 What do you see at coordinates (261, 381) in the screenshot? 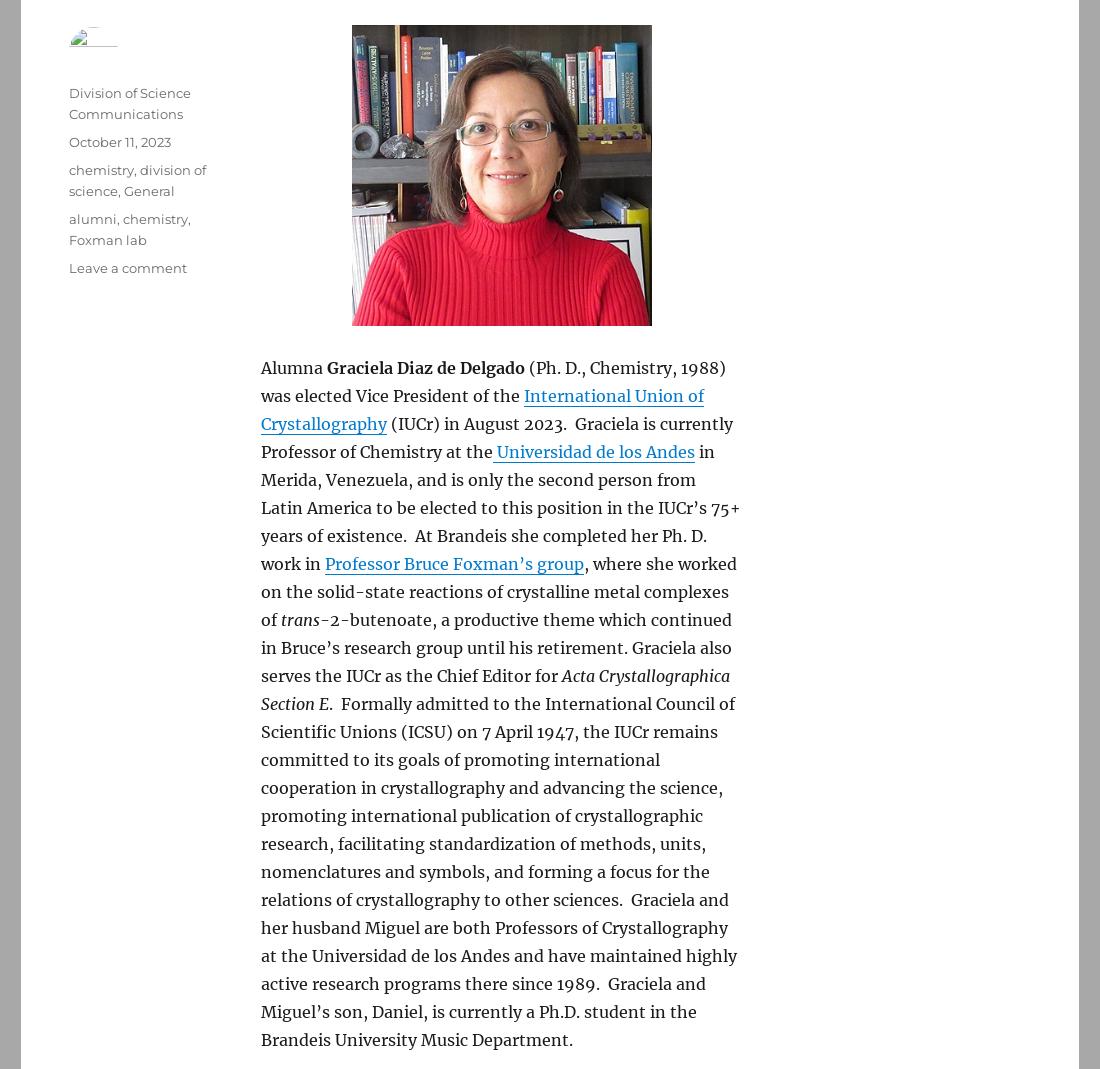
I see `'(Ph. D., Chemistry, 1988) was elected Vice President of the'` at bounding box center [261, 381].